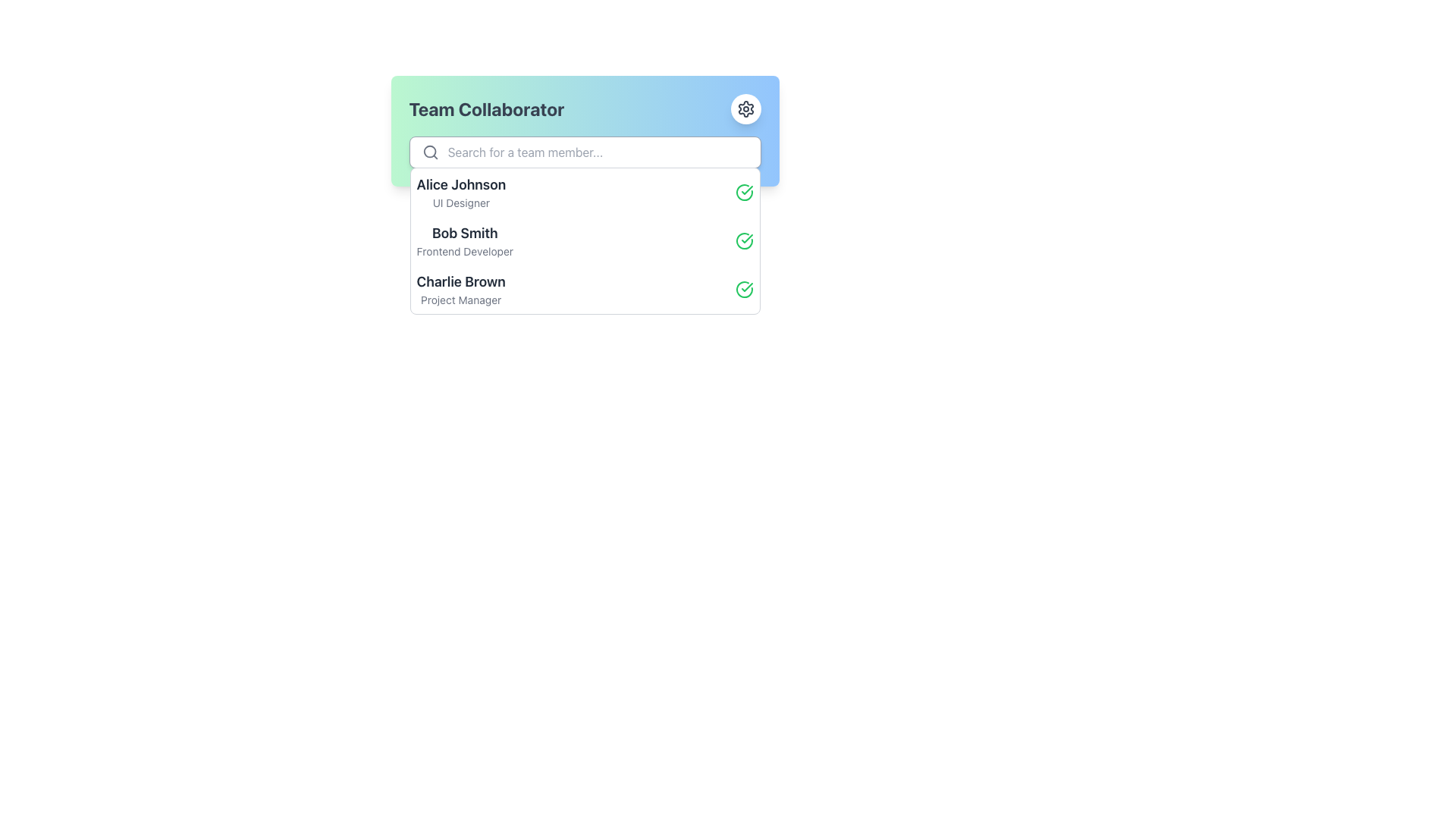 This screenshot has height=819, width=1456. Describe the element at coordinates (460, 184) in the screenshot. I see `text label identifying the user 'Alice Johnson' in the team collaborators list, located at the top left corner of the user list, directly below the search bar` at that location.